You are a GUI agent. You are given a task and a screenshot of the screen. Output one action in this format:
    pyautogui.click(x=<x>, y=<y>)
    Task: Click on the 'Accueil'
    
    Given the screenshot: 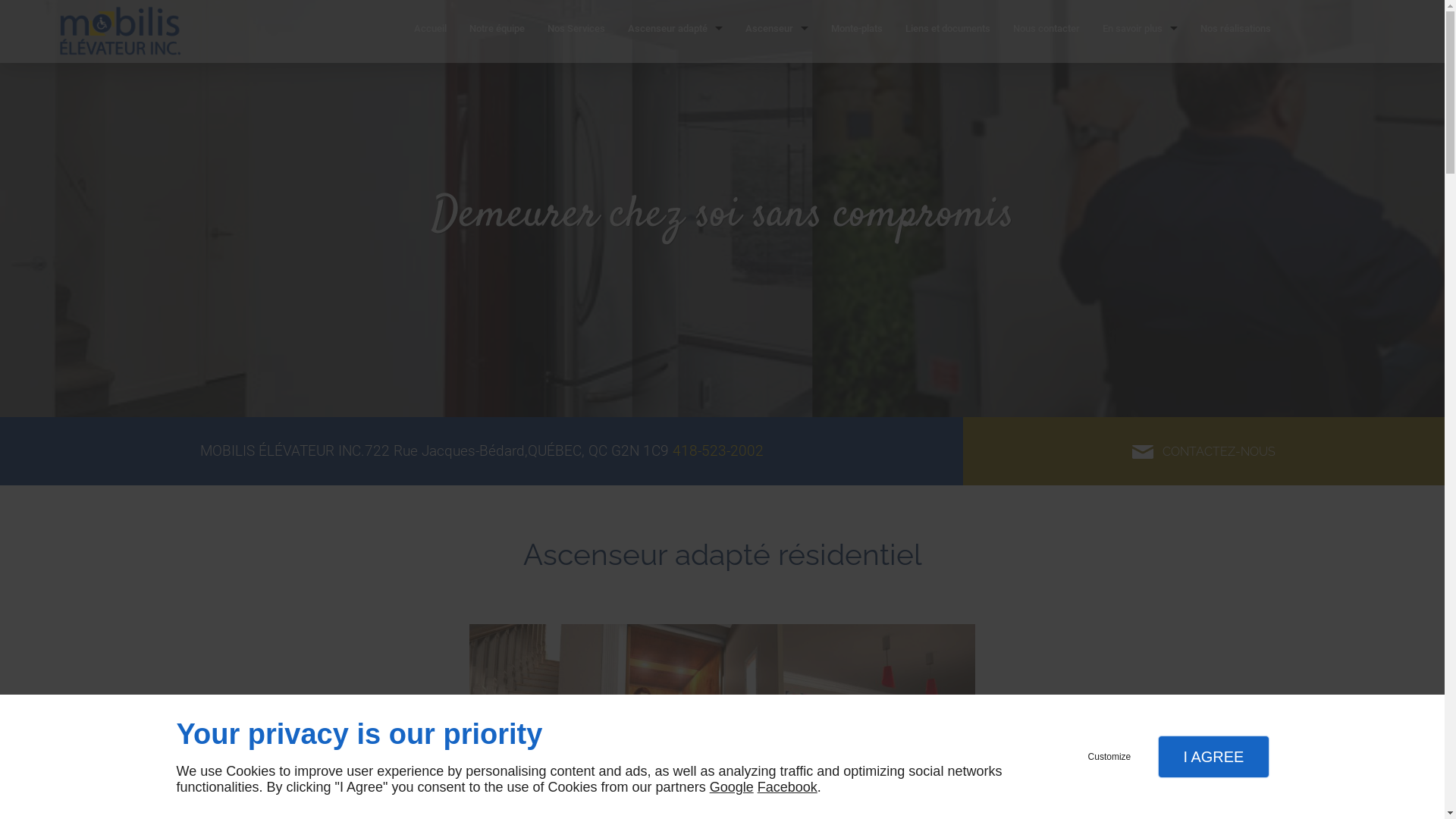 What is the action you would take?
    pyautogui.click(x=403, y=31)
    